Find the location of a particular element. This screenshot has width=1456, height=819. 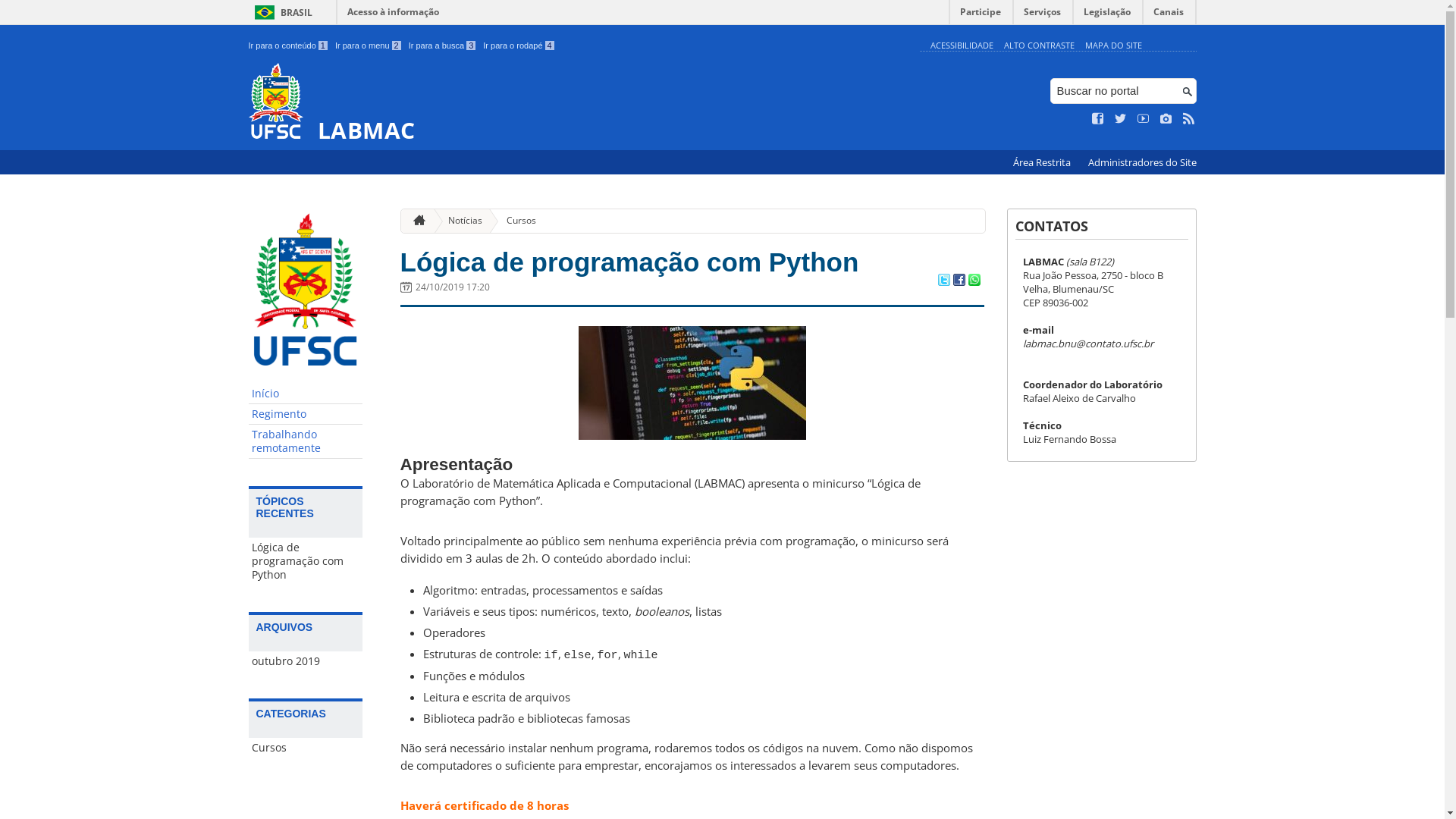

'ACESSIBILIDADE' is located at coordinates (960, 44).